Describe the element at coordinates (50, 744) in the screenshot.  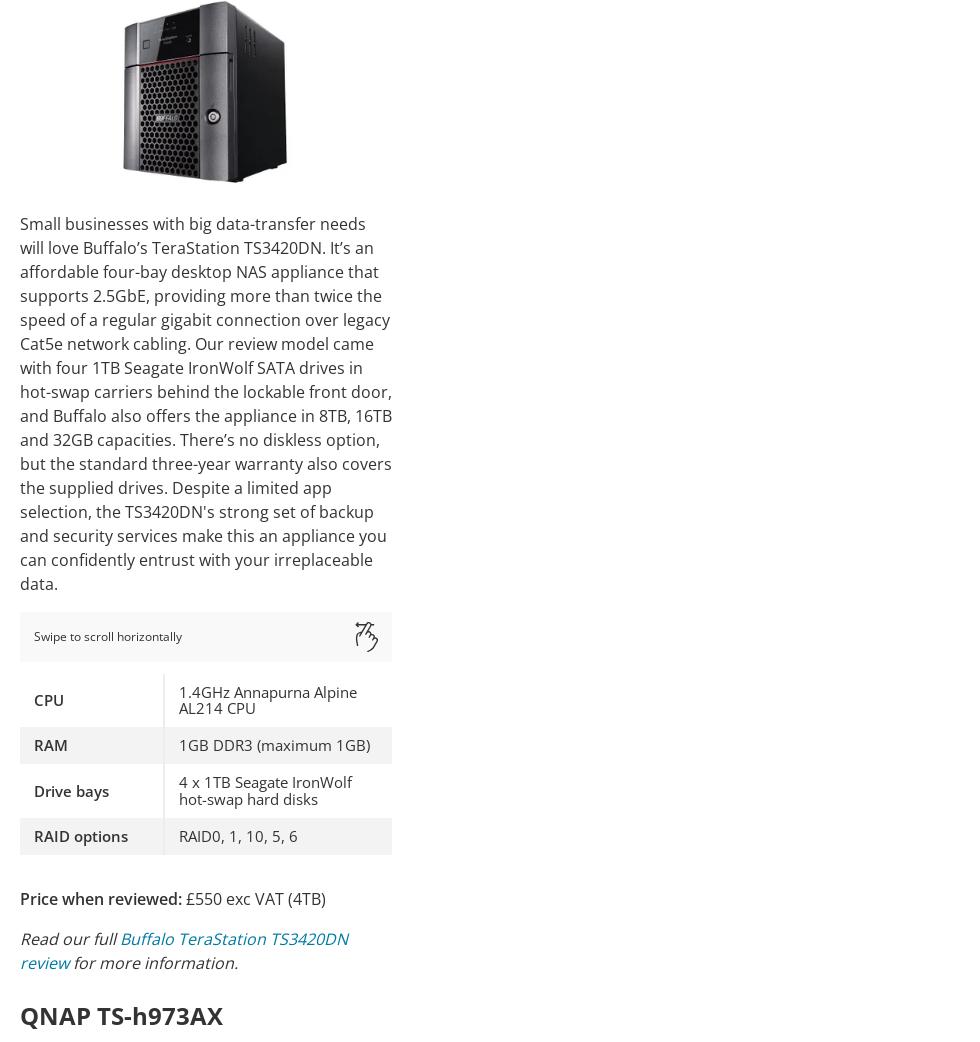
I see `'RAM'` at that location.